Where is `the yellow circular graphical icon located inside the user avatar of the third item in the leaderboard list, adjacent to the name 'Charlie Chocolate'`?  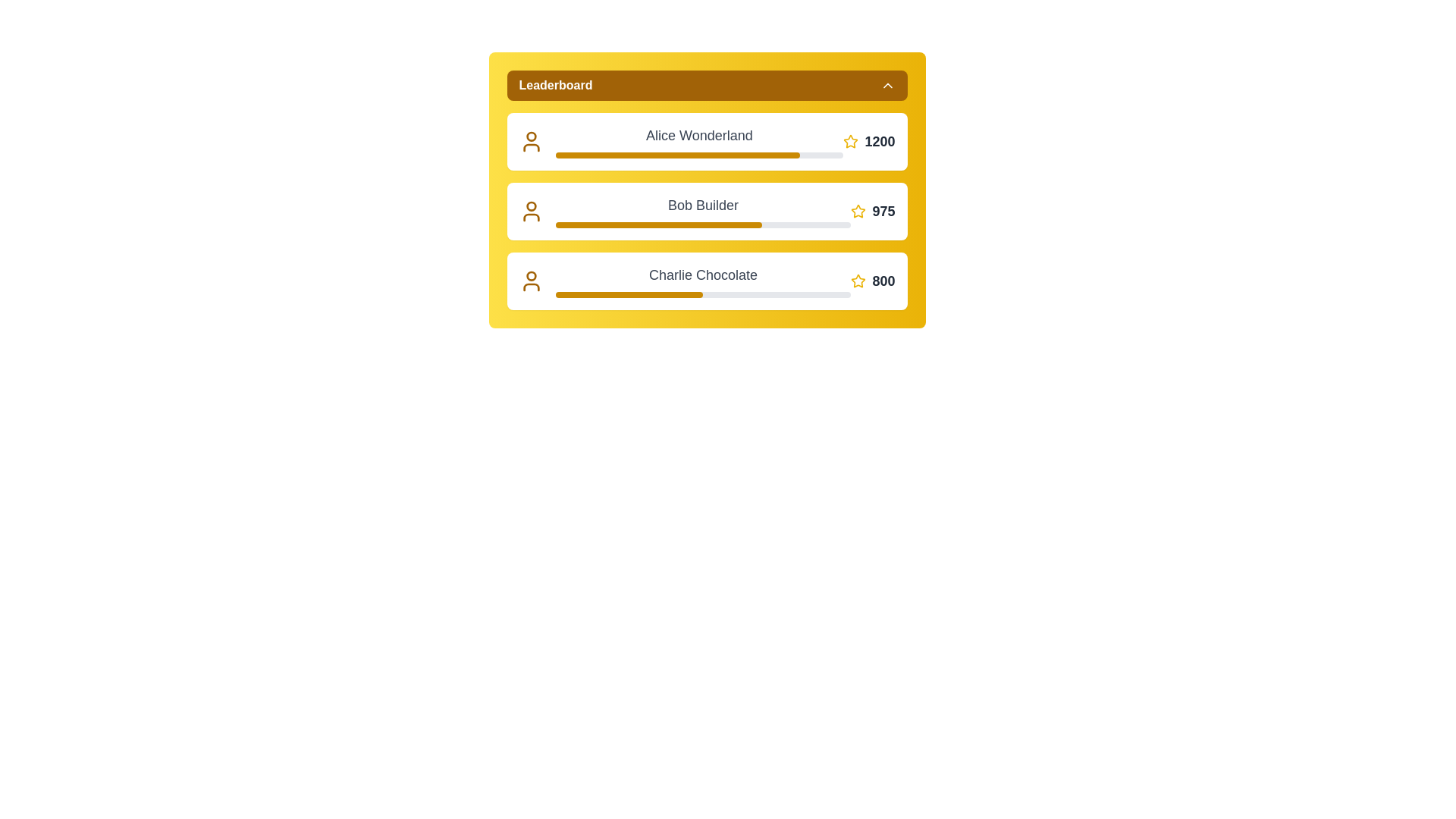
the yellow circular graphical icon located inside the user avatar of the third item in the leaderboard list, adjacent to the name 'Charlie Chocolate' is located at coordinates (531, 276).